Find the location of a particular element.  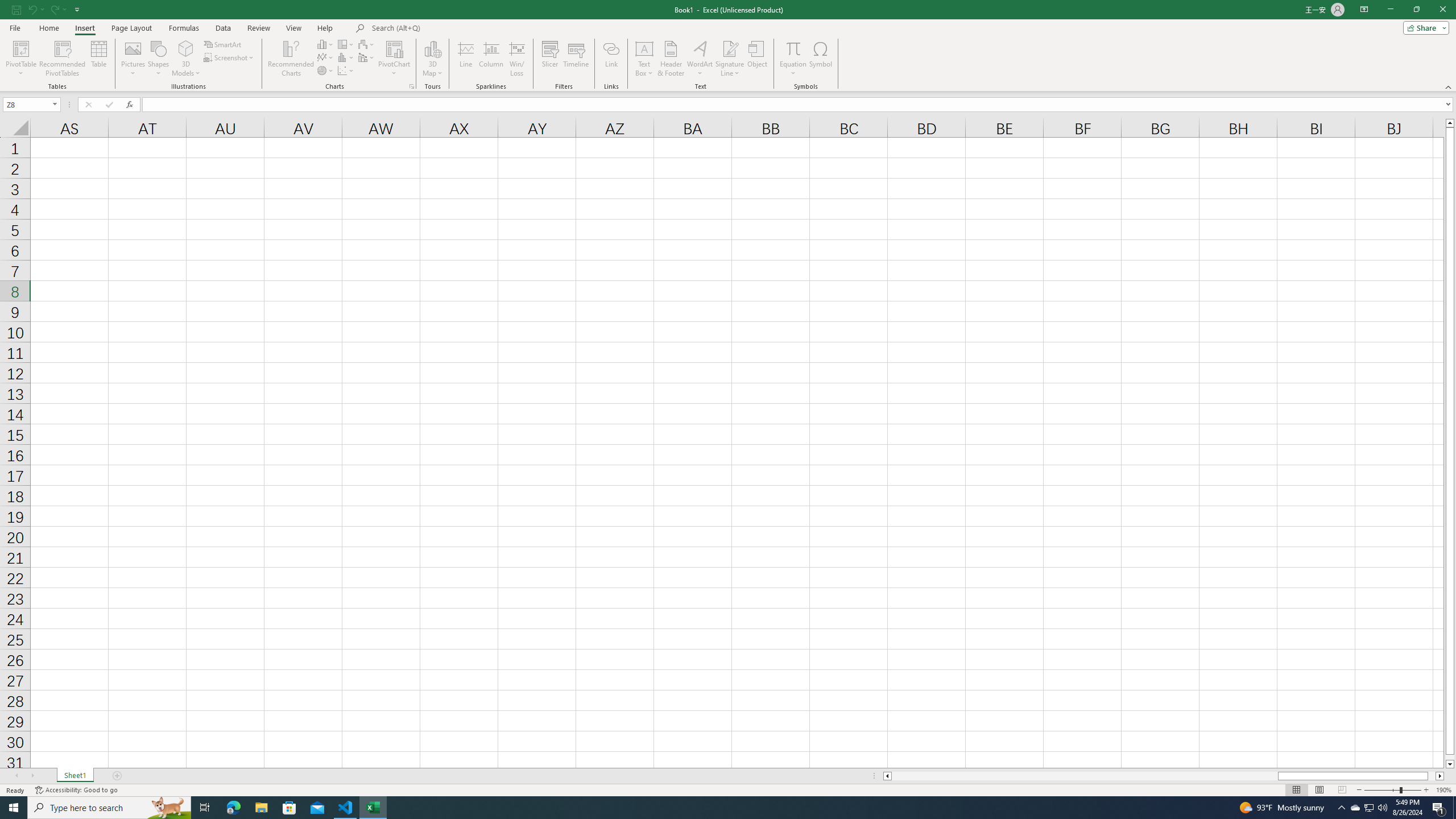

'3D Map' is located at coordinates (432, 48).